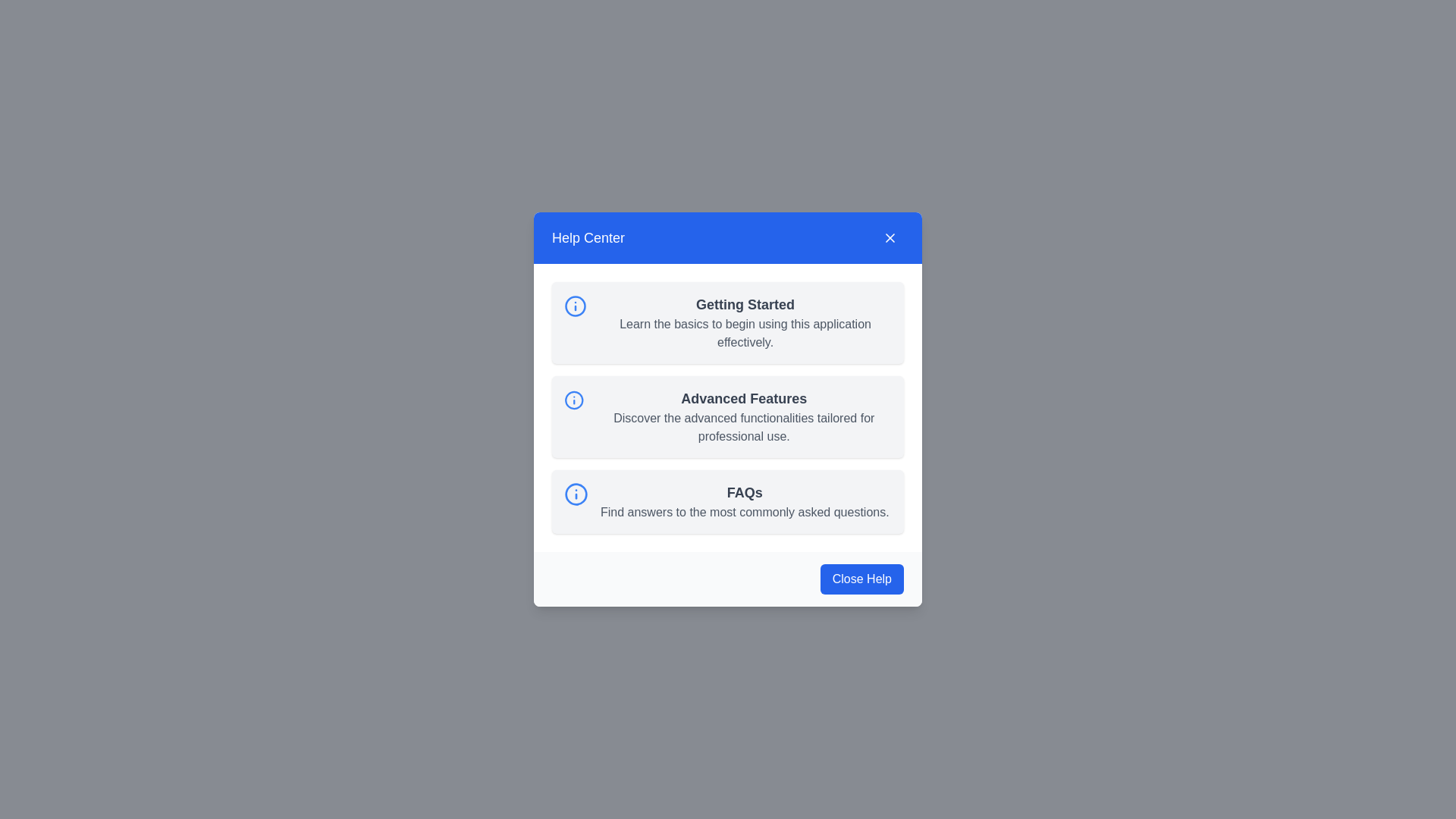 This screenshot has height=819, width=1456. What do you see at coordinates (744, 397) in the screenshot?
I see `the text label displaying 'Advanced Features', which is styled with a bold font and dark gray color, located in the help menu card between 'Getting Started' and 'FAQs'` at bounding box center [744, 397].